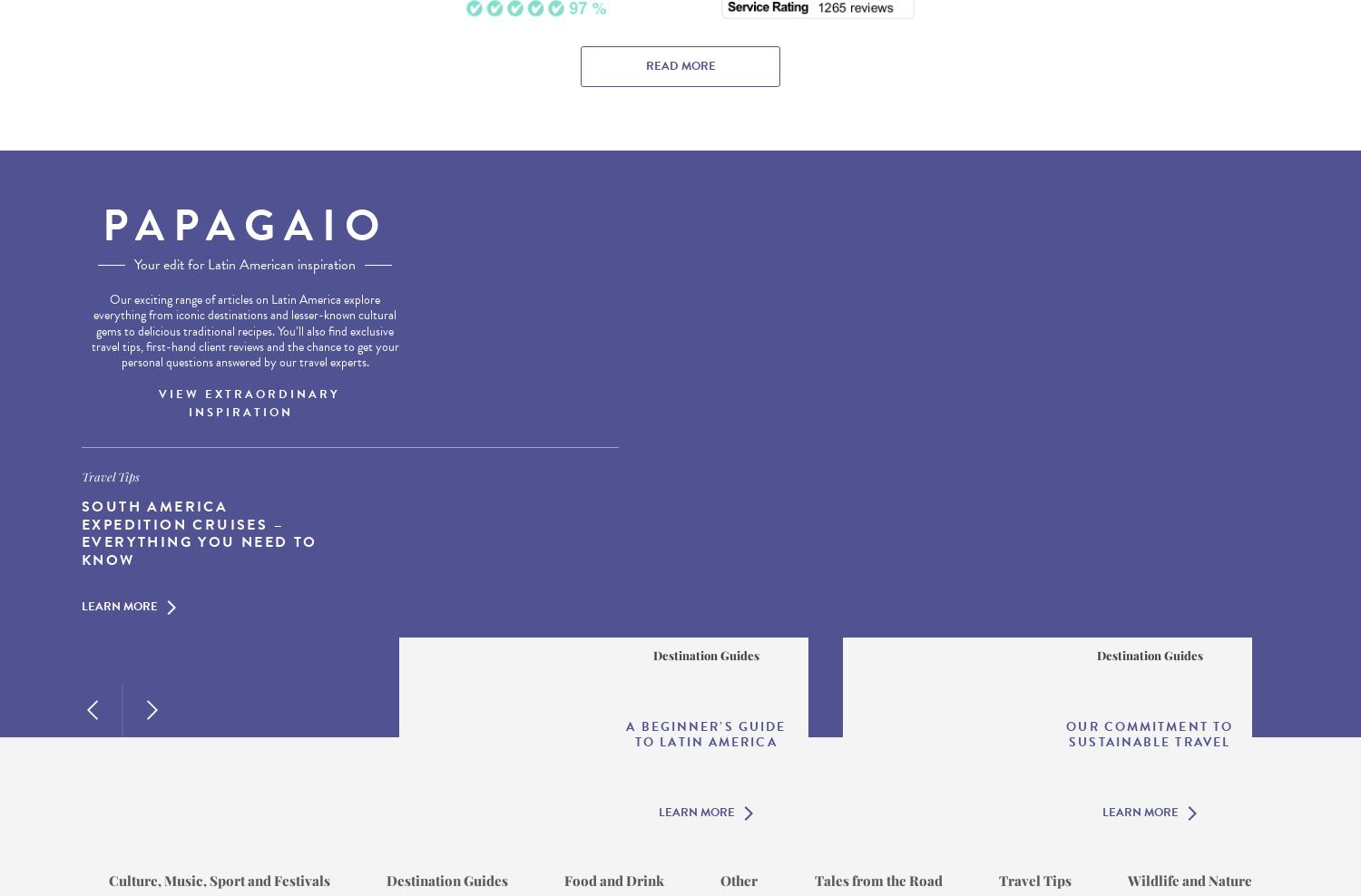 The height and width of the screenshot is (896, 1361). What do you see at coordinates (244, 224) in the screenshot?
I see `'Papagaio'` at bounding box center [244, 224].